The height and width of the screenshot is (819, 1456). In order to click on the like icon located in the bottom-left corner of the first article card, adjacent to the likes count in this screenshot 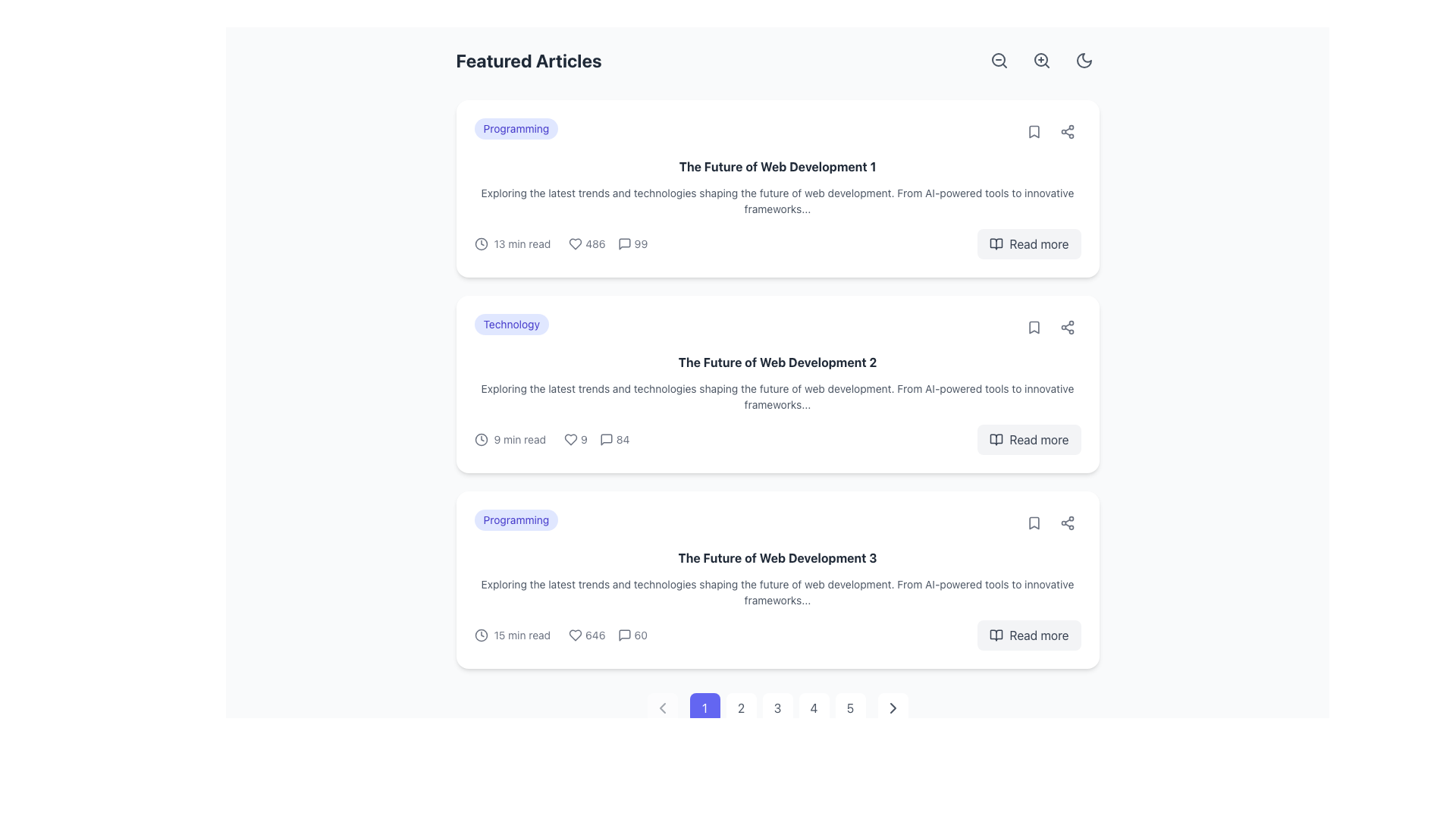, I will do `click(575, 243)`.